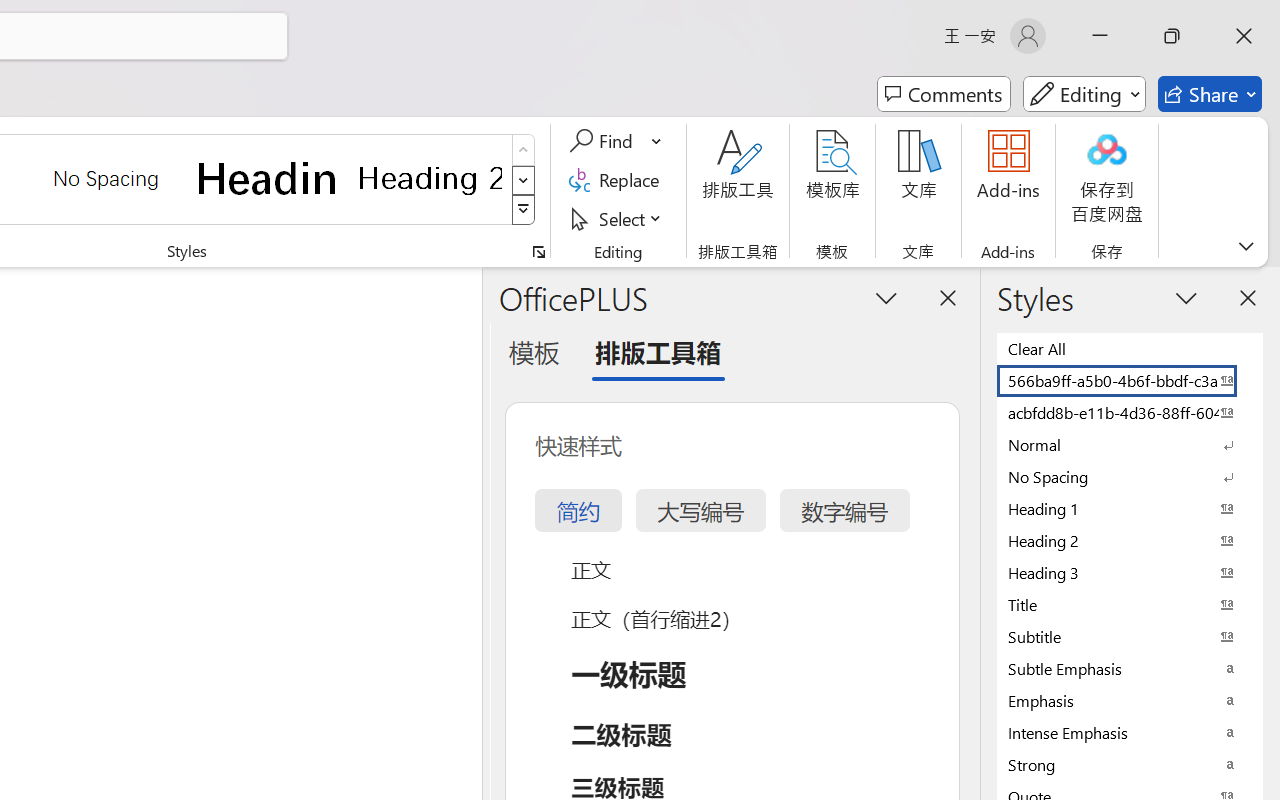 The height and width of the screenshot is (800, 1280). What do you see at coordinates (429, 177) in the screenshot?
I see `'Heading 2'` at bounding box center [429, 177].